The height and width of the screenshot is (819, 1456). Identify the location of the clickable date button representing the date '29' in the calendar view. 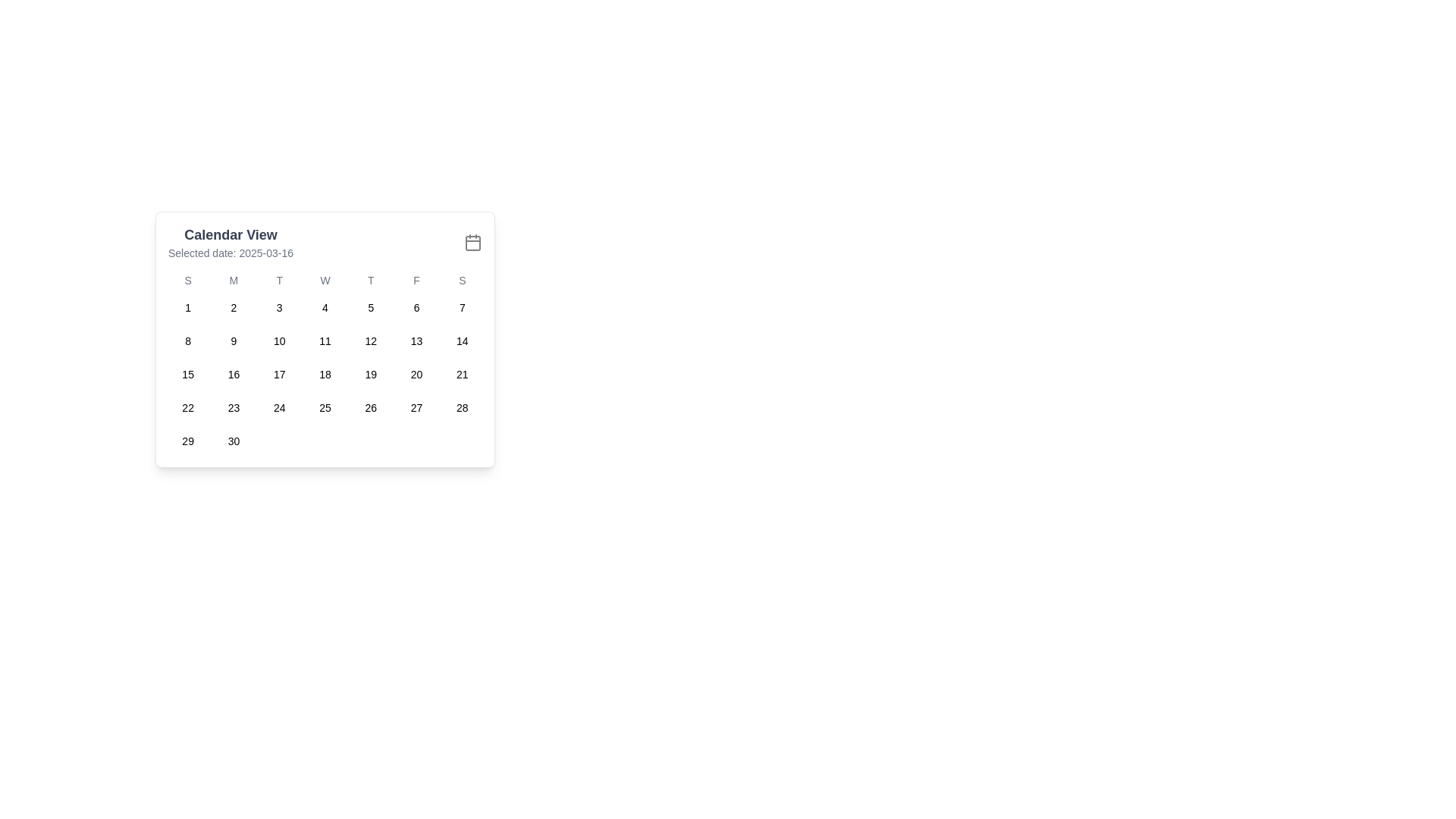
(187, 441).